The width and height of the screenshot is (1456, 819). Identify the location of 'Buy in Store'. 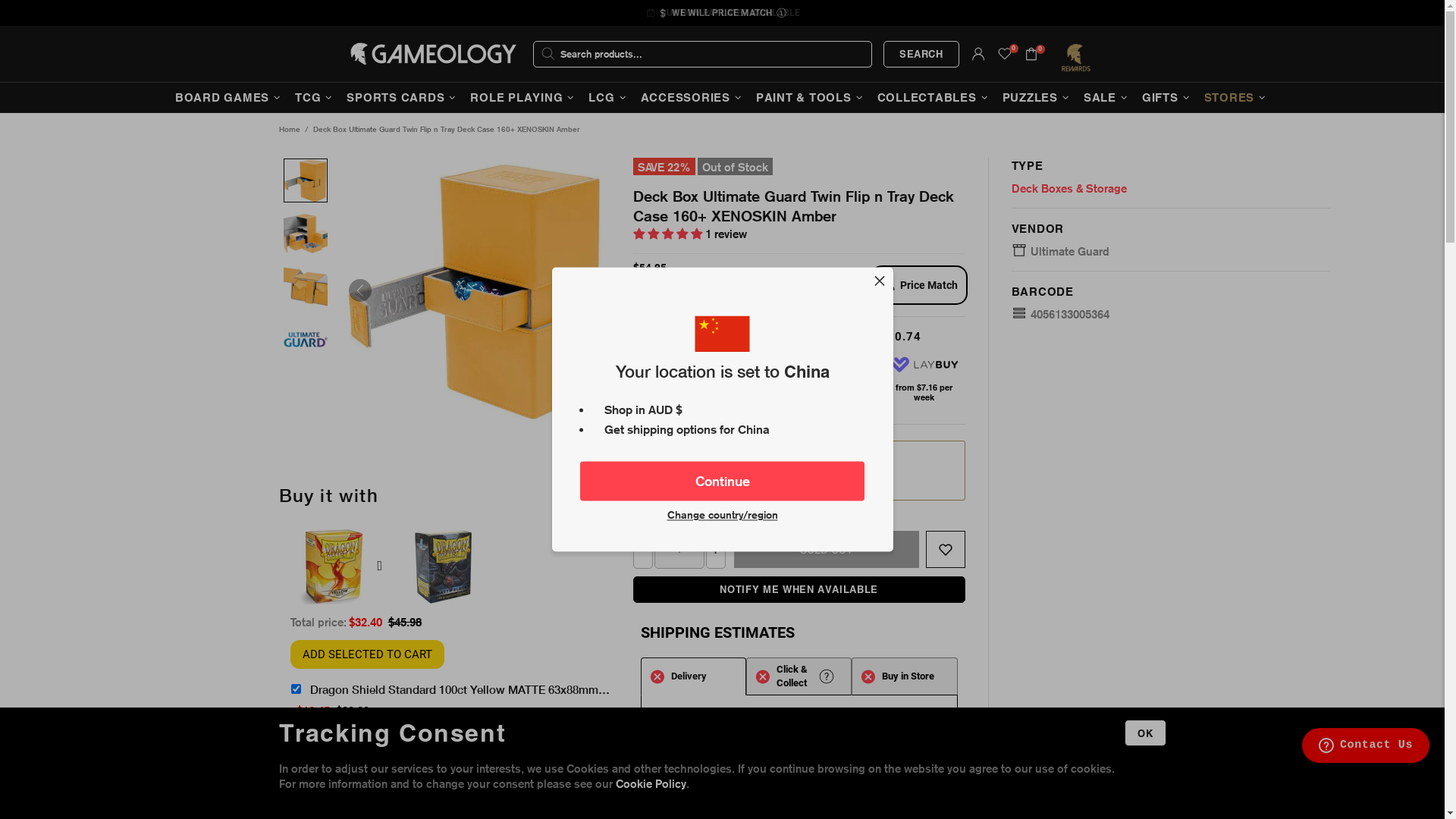
(904, 675).